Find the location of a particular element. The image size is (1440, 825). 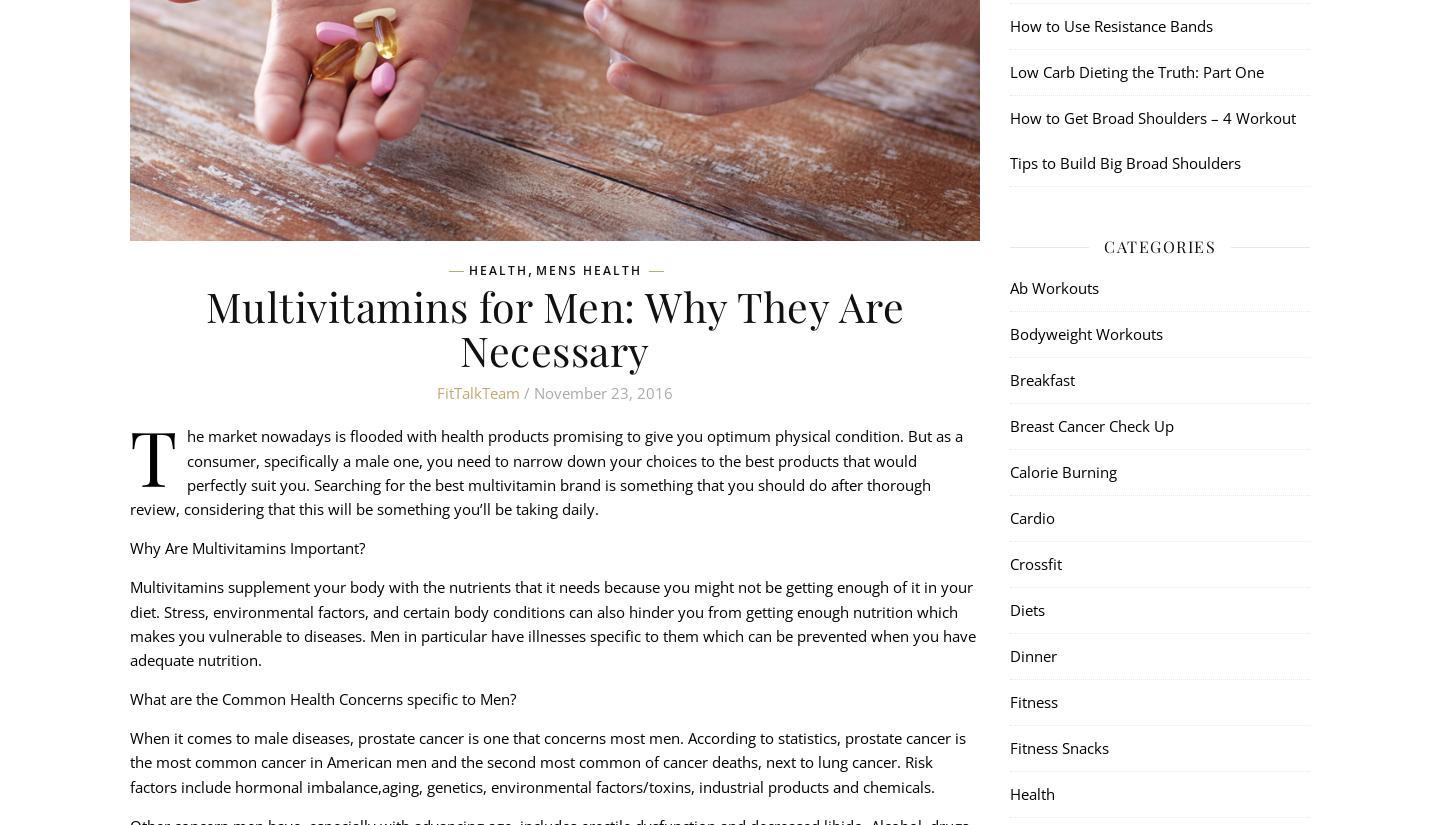

'Crossfit' is located at coordinates (1035, 563).